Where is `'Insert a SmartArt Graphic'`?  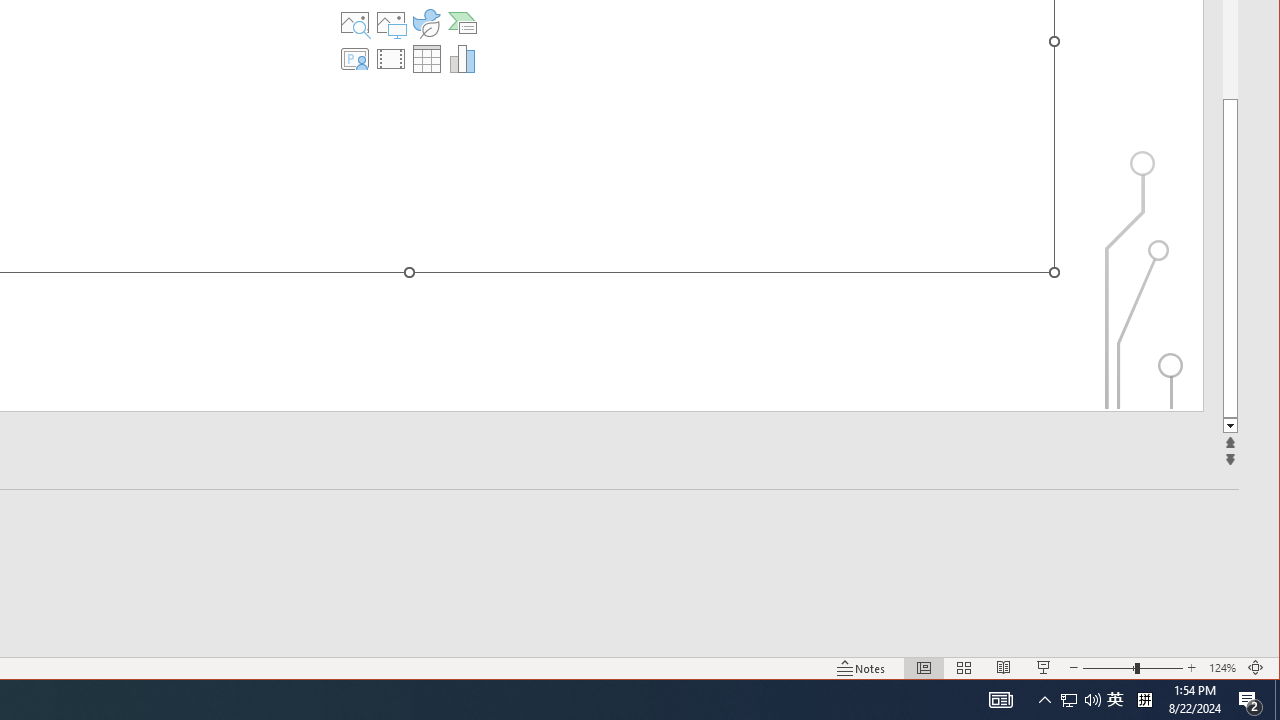 'Insert a SmartArt Graphic' is located at coordinates (461, 23).